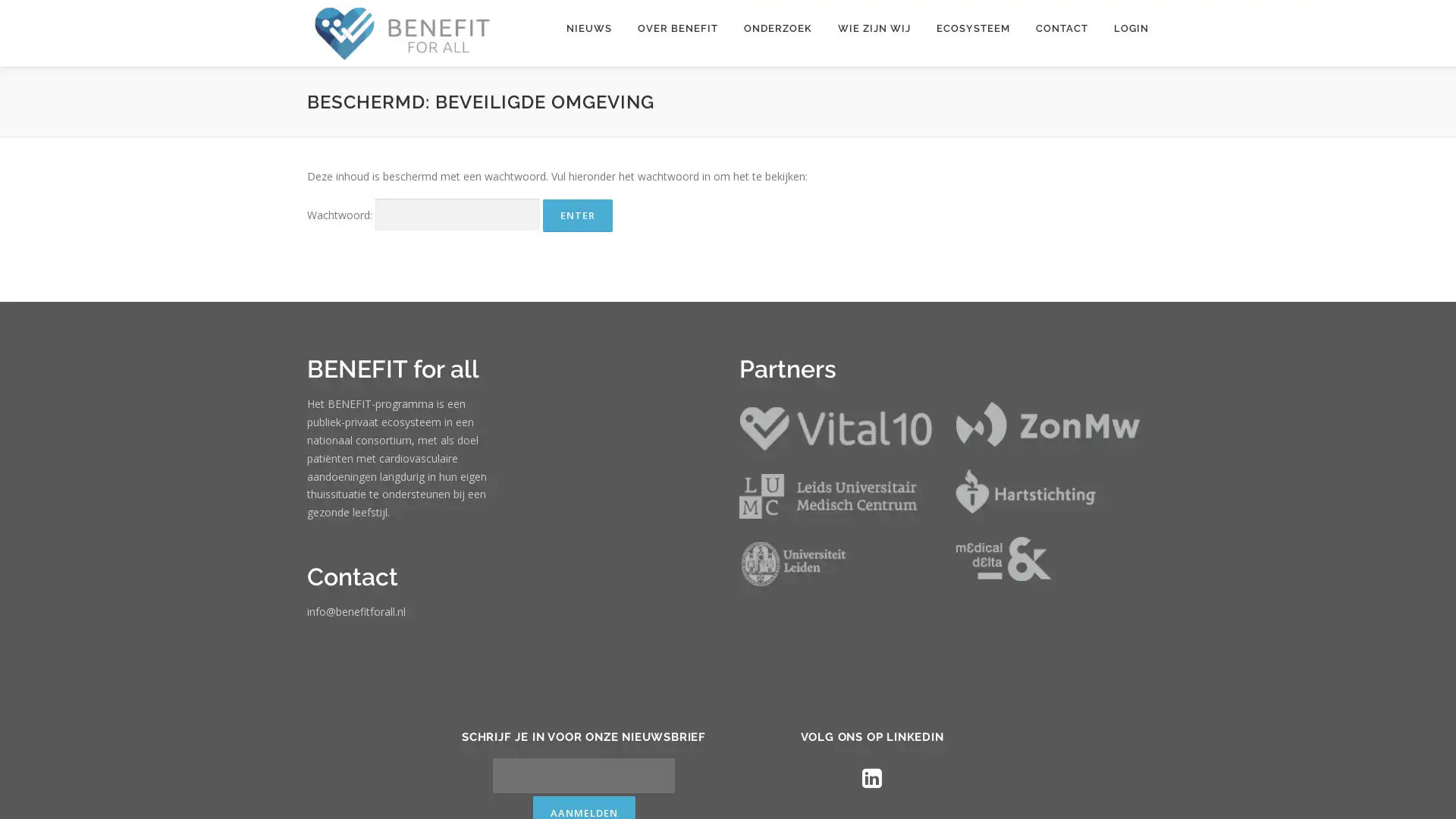 The image size is (1456, 819). I want to click on Enter, so click(577, 215).